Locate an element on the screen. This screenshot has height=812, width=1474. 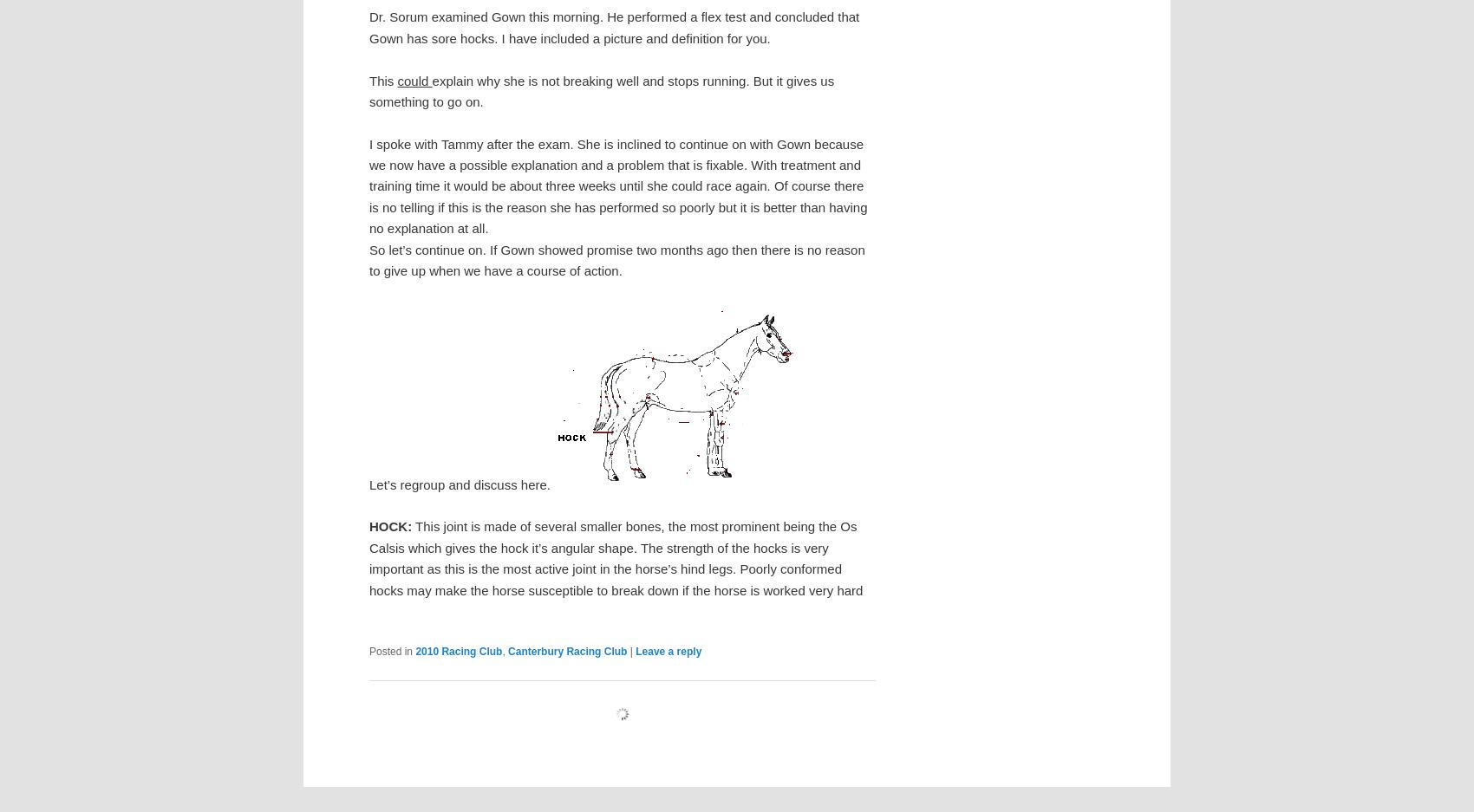
'Let’s regroup and discuss here.' is located at coordinates (460, 484).